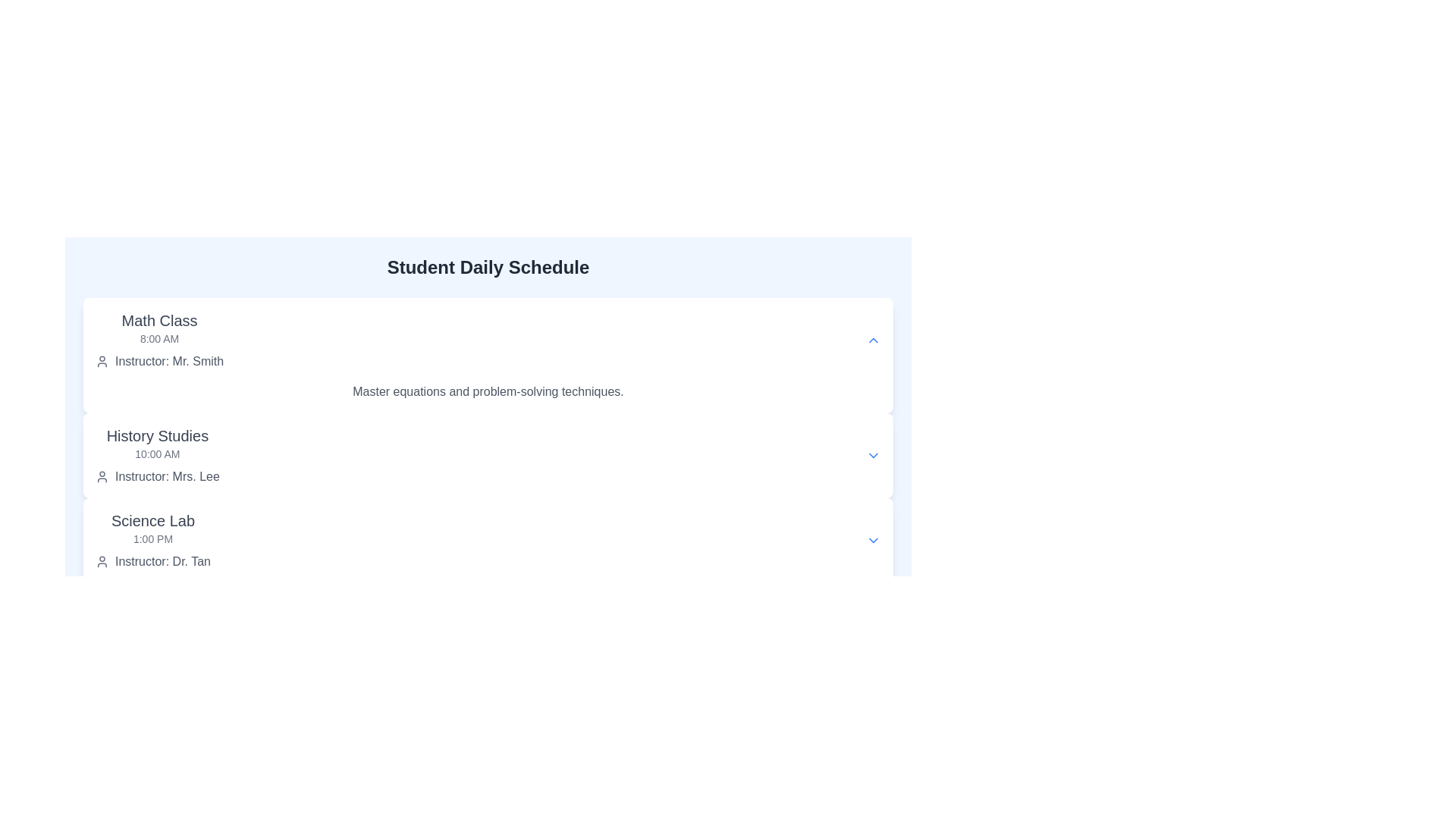  What do you see at coordinates (101, 362) in the screenshot?
I see `the small user icon with a gray outline located next to the text 'Instructor: Mr. Smith' in the instructor information section of the 'Math Class' item in the schedule interface` at bounding box center [101, 362].